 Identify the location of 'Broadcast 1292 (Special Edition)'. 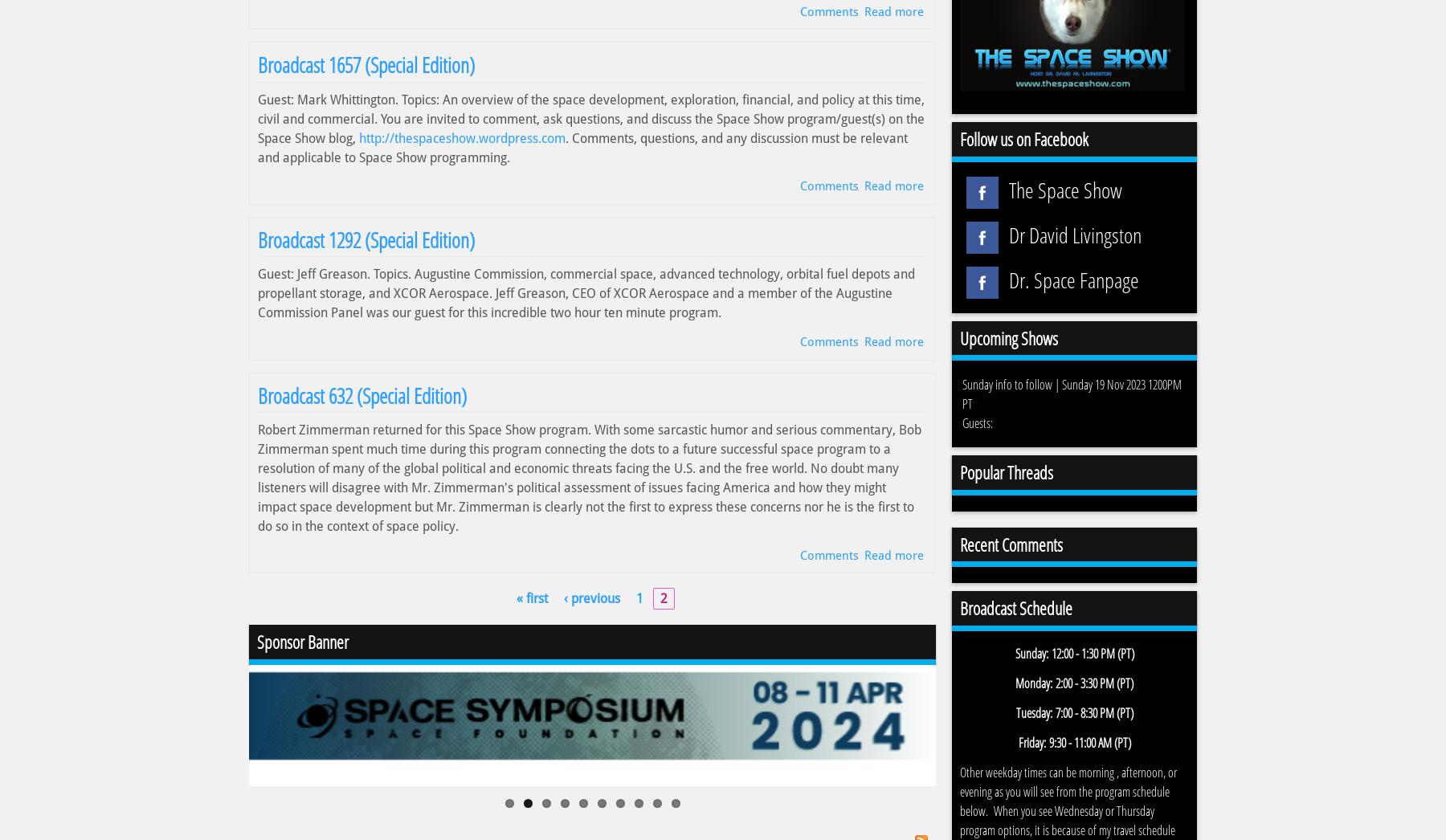
(256, 239).